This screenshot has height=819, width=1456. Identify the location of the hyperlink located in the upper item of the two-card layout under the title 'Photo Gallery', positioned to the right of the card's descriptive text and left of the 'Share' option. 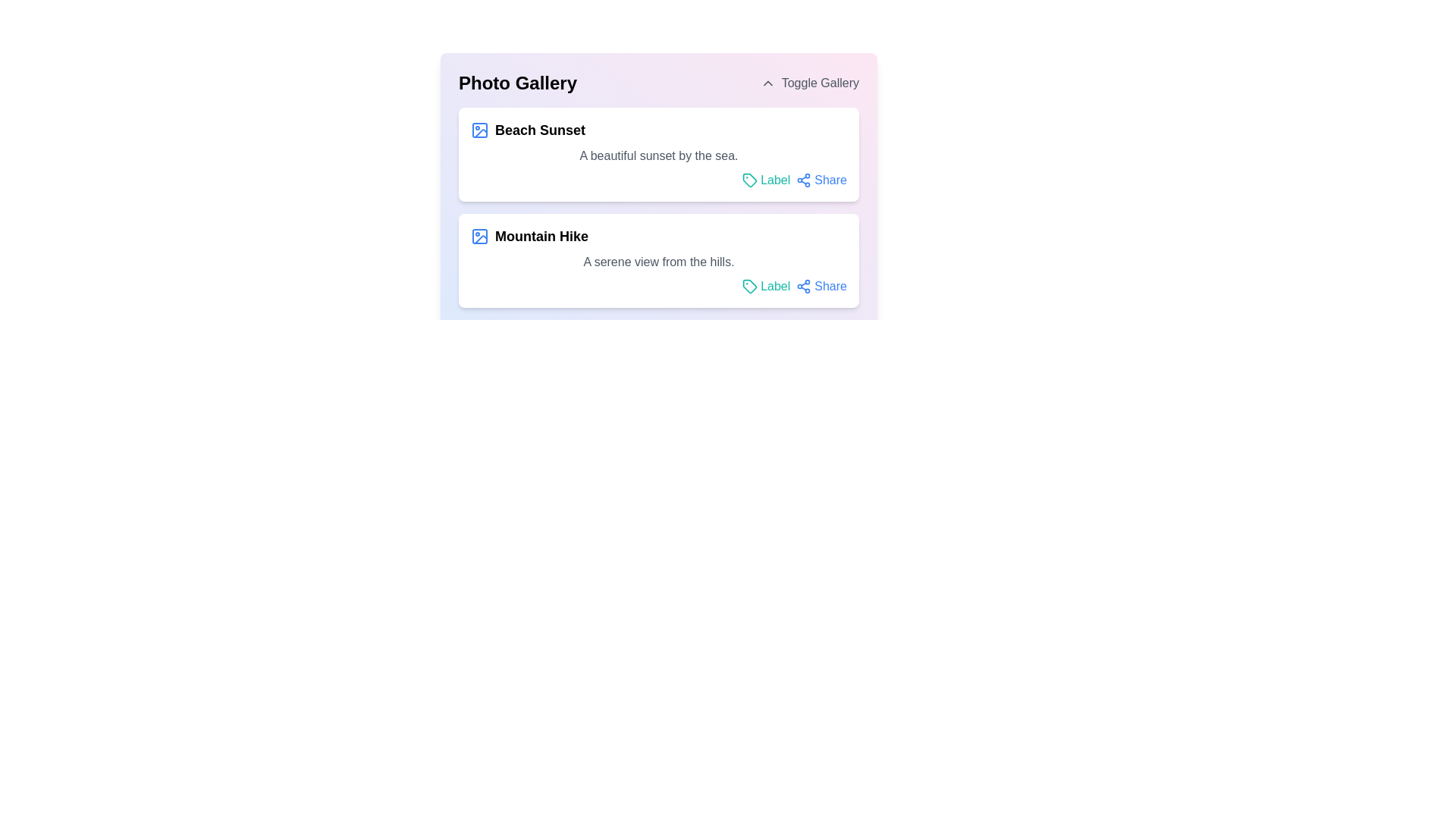
(766, 180).